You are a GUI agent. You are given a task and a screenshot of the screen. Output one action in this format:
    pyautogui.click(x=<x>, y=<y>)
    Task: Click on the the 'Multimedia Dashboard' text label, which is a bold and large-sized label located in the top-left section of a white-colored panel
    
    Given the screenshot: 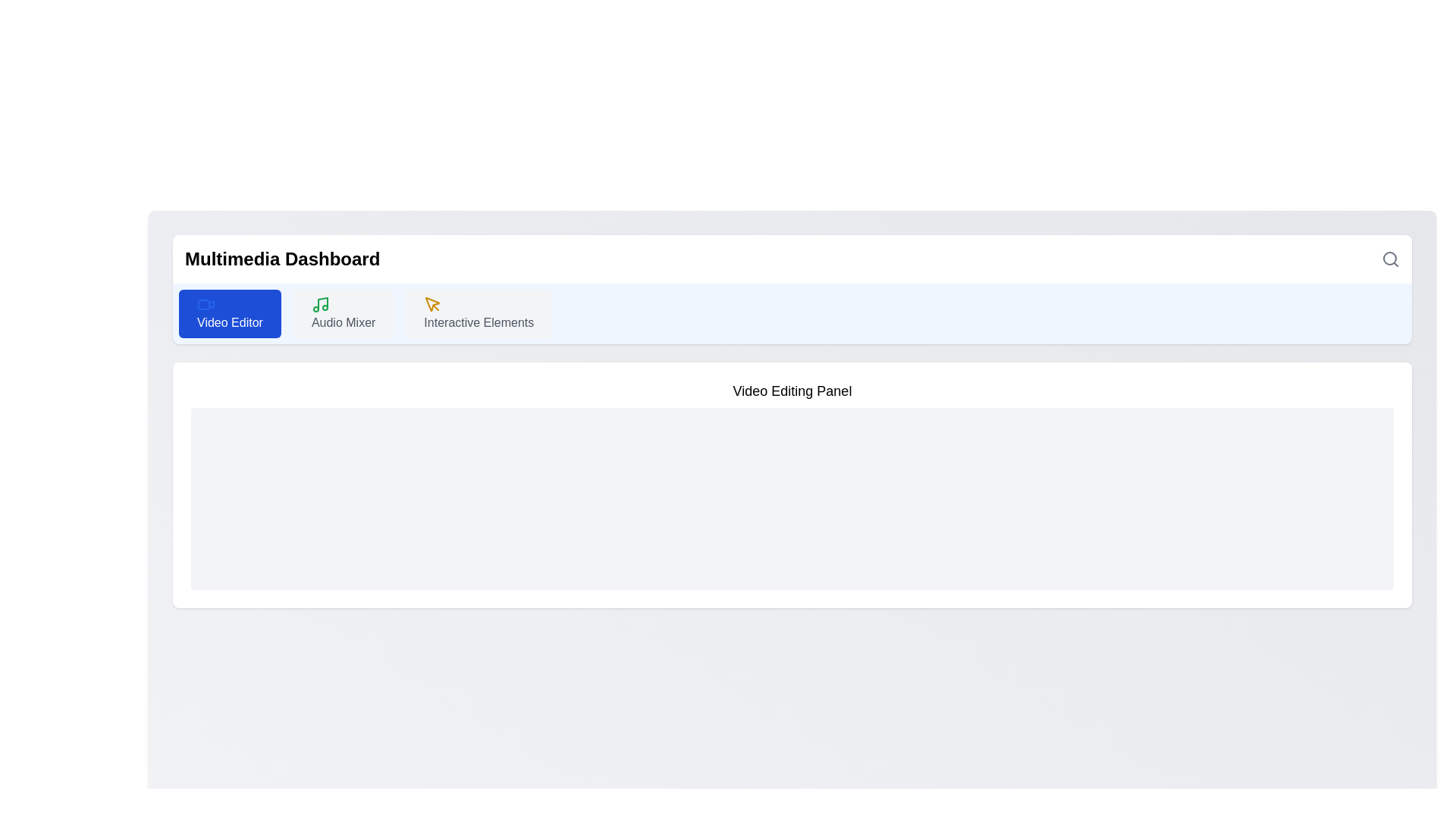 What is the action you would take?
    pyautogui.click(x=282, y=259)
    